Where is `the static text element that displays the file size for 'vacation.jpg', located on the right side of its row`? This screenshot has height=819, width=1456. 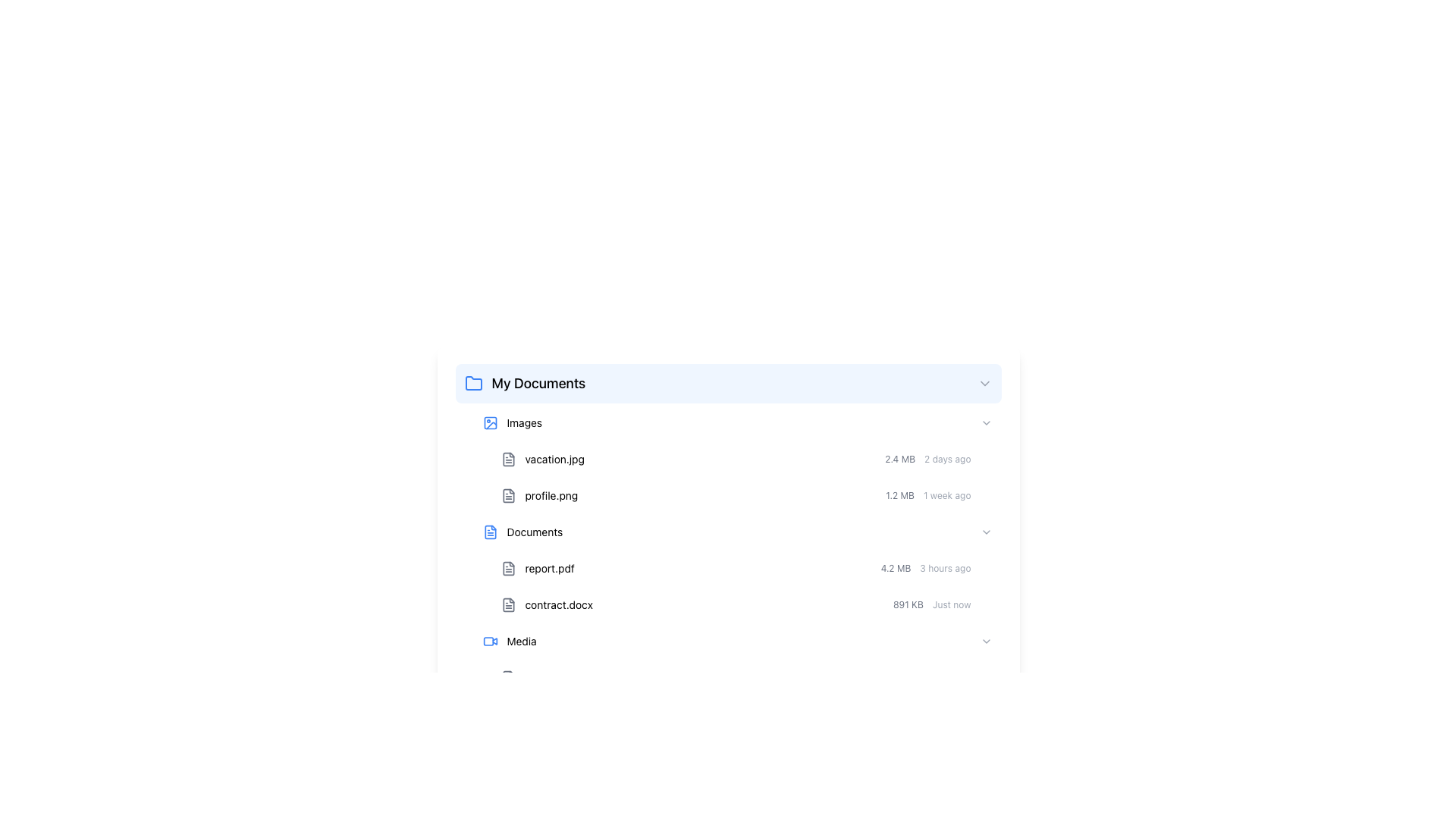 the static text element that displays the file size for 'vacation.jpg', located on the right side of its row is located at coordinates (900, 458).